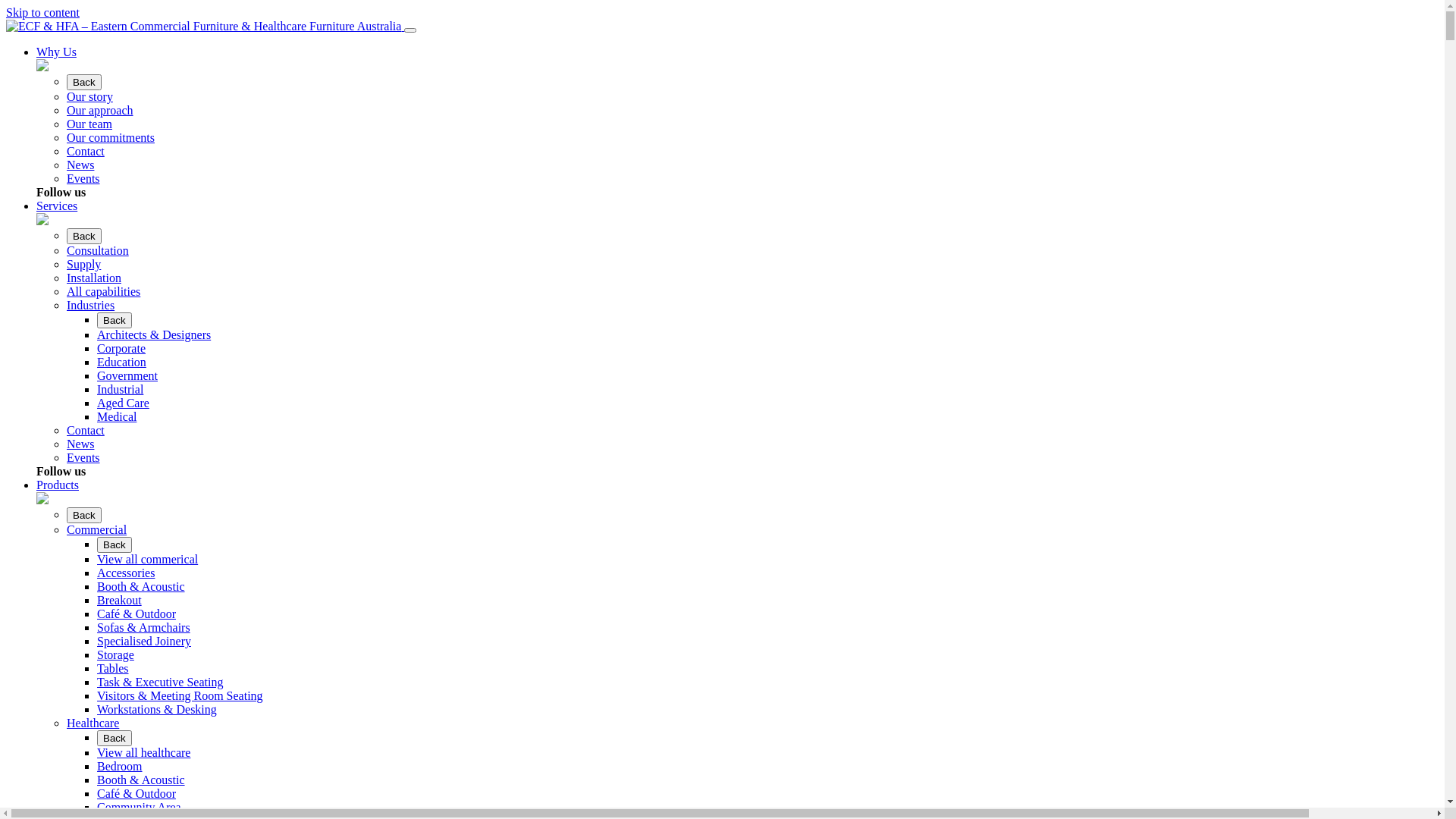  Describe the element at coordinates (123, 402) in the screenshot. I see `'Aged Care'` at that location.